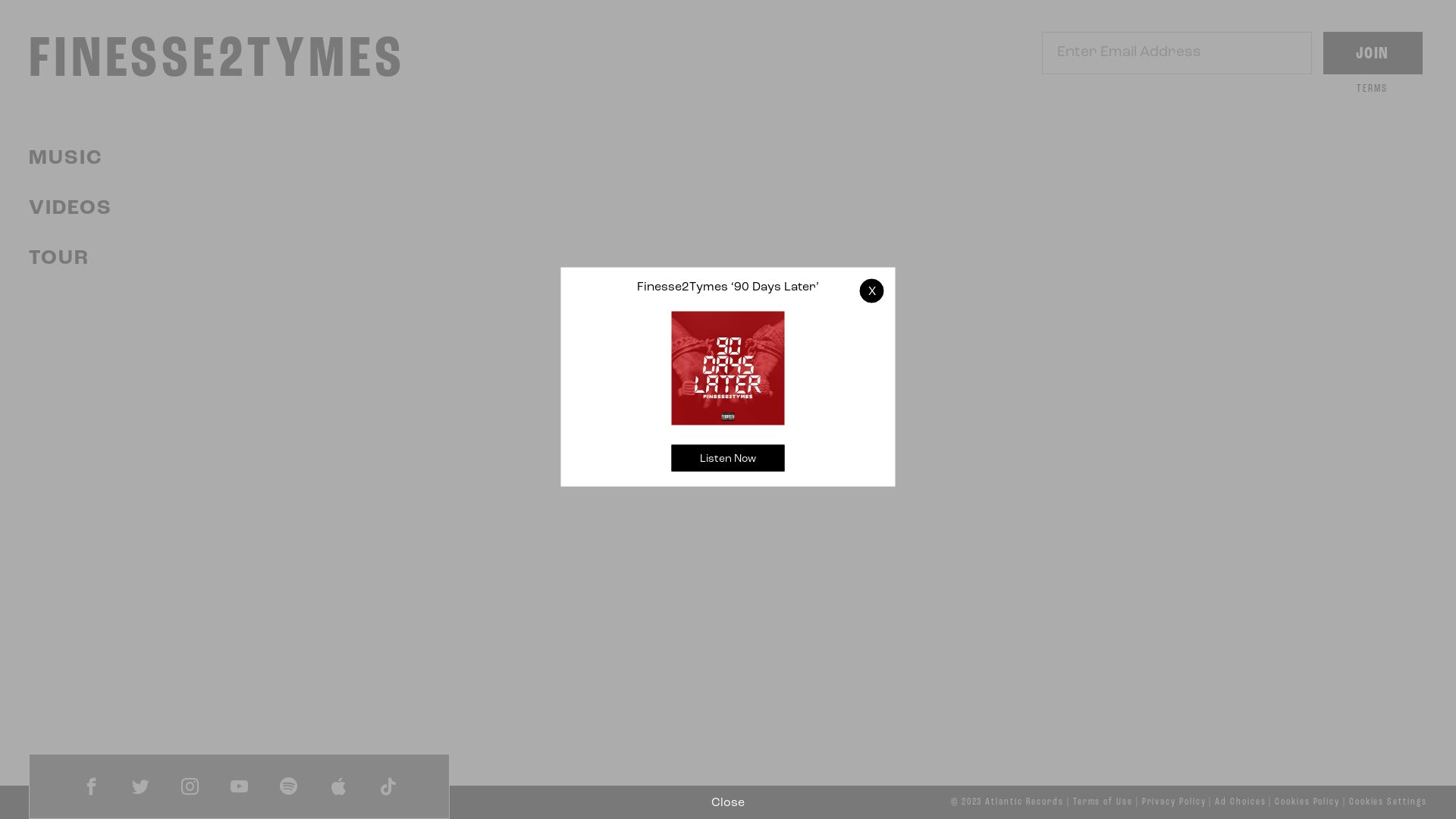 The width and height of the screenshot is (1456, 819). What do you see at coordinates (69, 209) in the screenshot?
I see `'VIDEOS'` at bounding box center [69, 209].